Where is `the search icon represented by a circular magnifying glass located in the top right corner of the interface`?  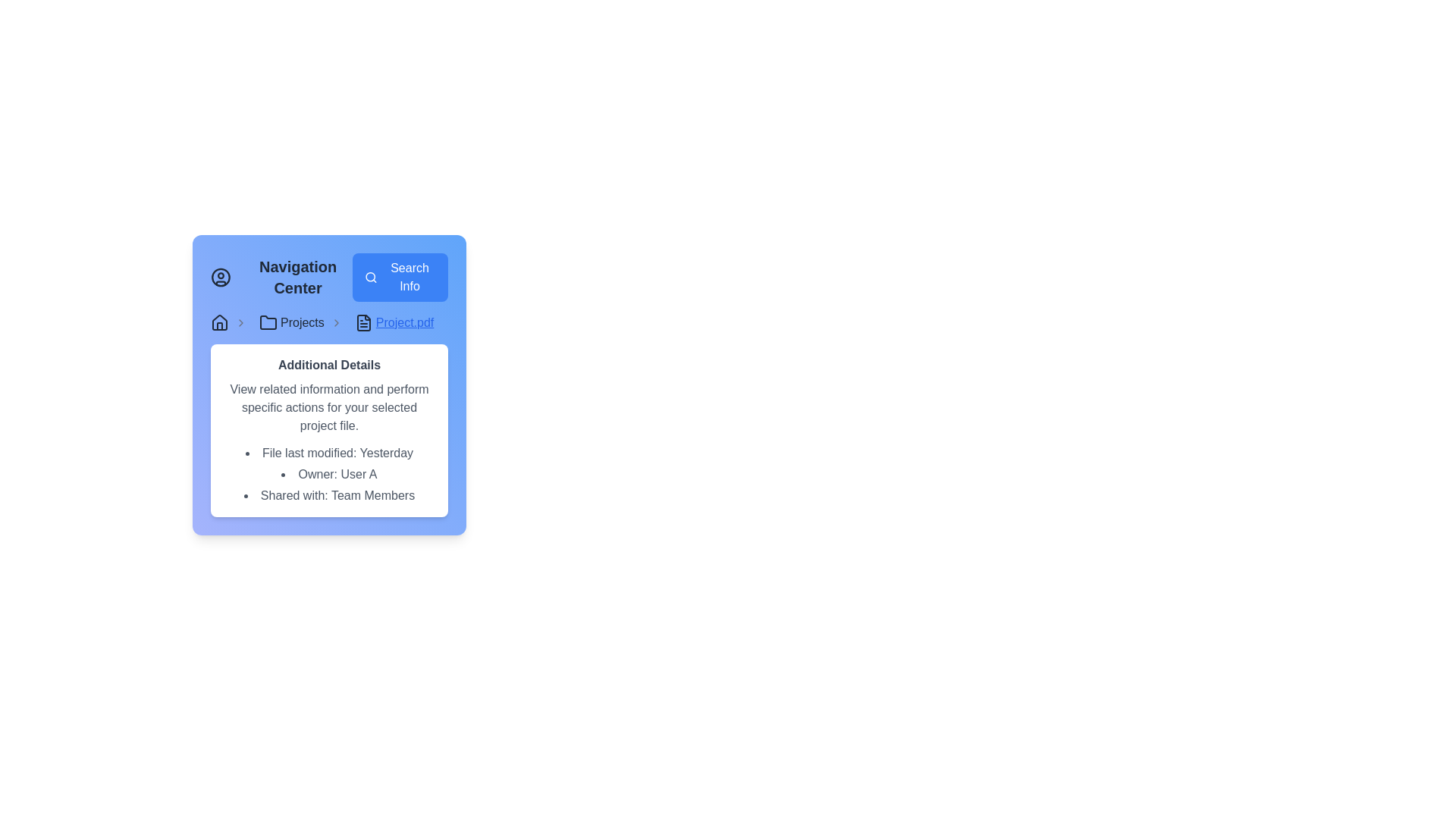
the search icon represented by a circular magnifying glass located in the top right corner of the interface is located at coordinates (370, 277).